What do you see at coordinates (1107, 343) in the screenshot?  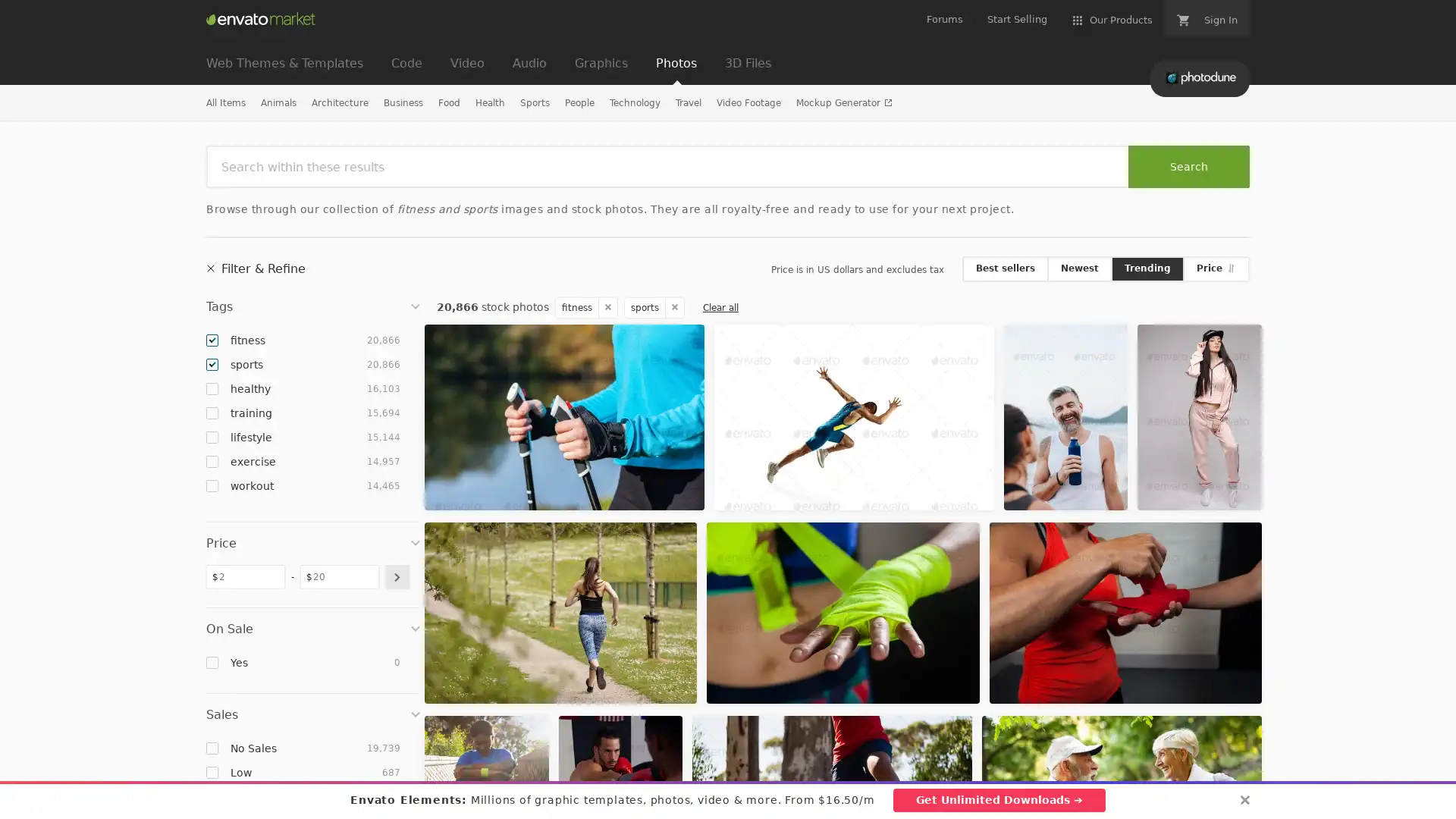 I see `Add to Favorites` at bounding box center [1107, 343].